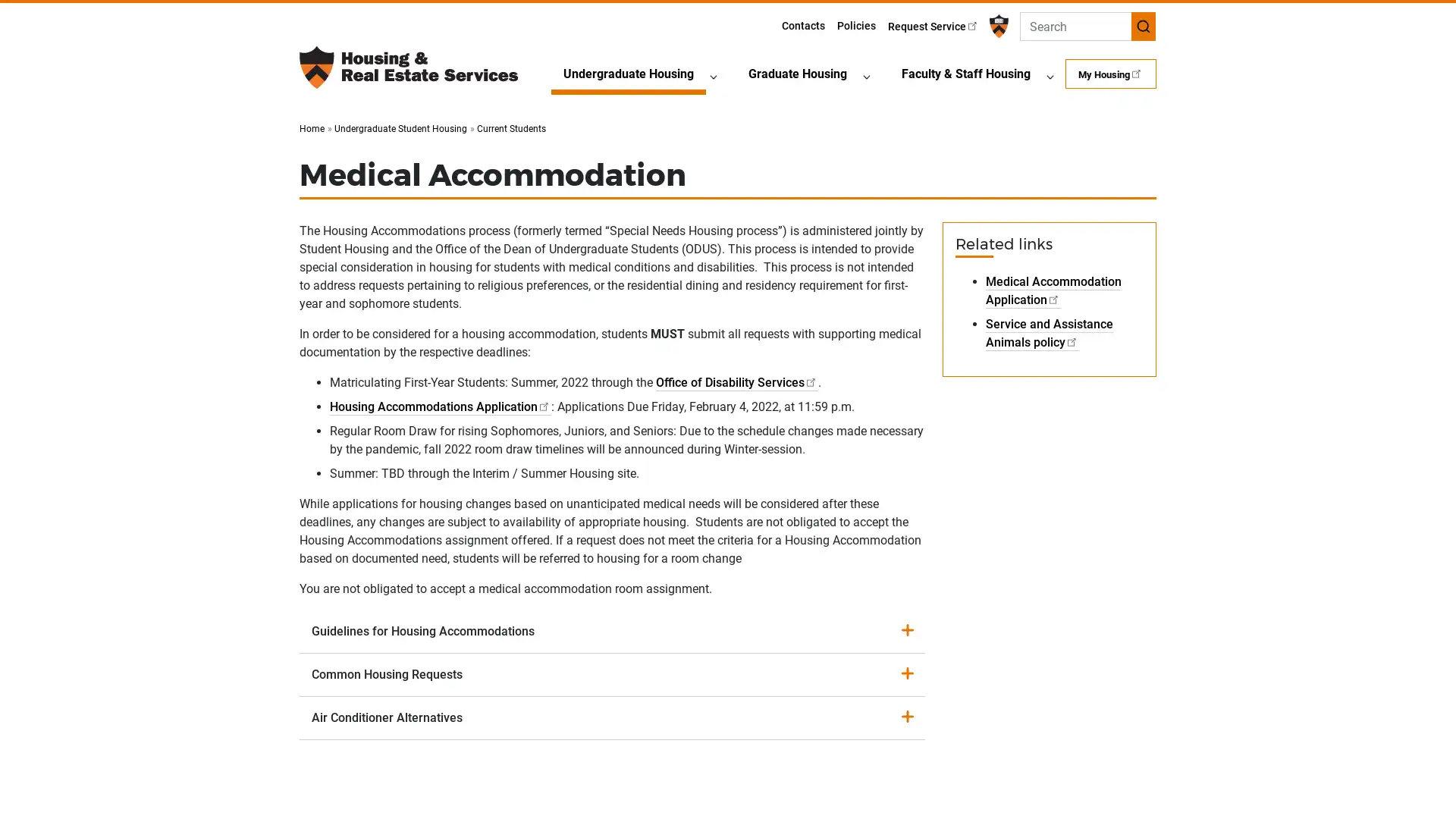 The height and width of the screenshot is (819, 1456). What do you see at coordinates (611, 717) in the screenshot?
I see `Air Conditioner Alternatives` at bounding box center [611, 717].